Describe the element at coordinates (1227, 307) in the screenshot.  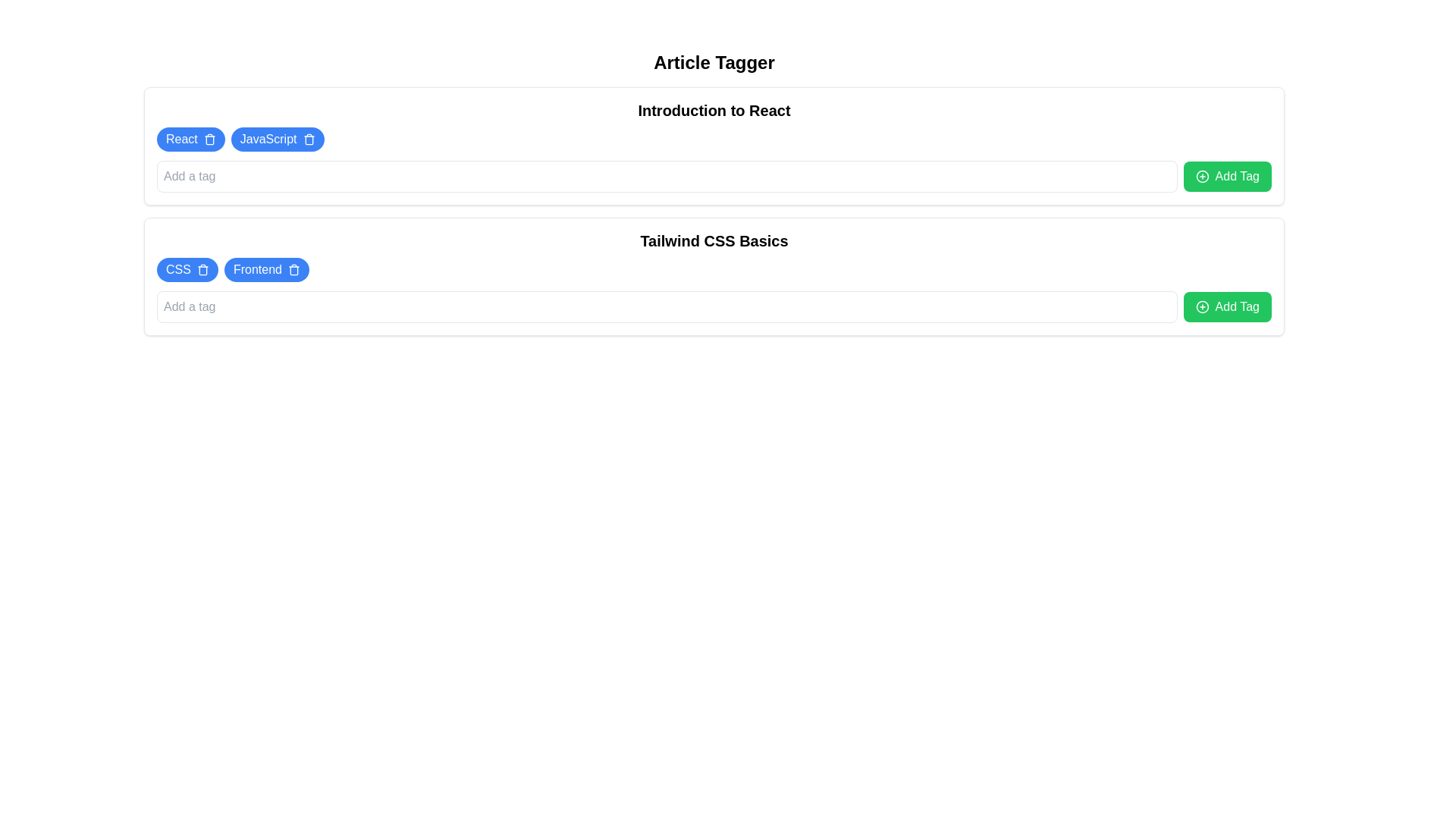
I see `the button that facilitates adding a tag to the 'Tailwind CSS Basics' article, located at the right end of the associated input field` at that location.